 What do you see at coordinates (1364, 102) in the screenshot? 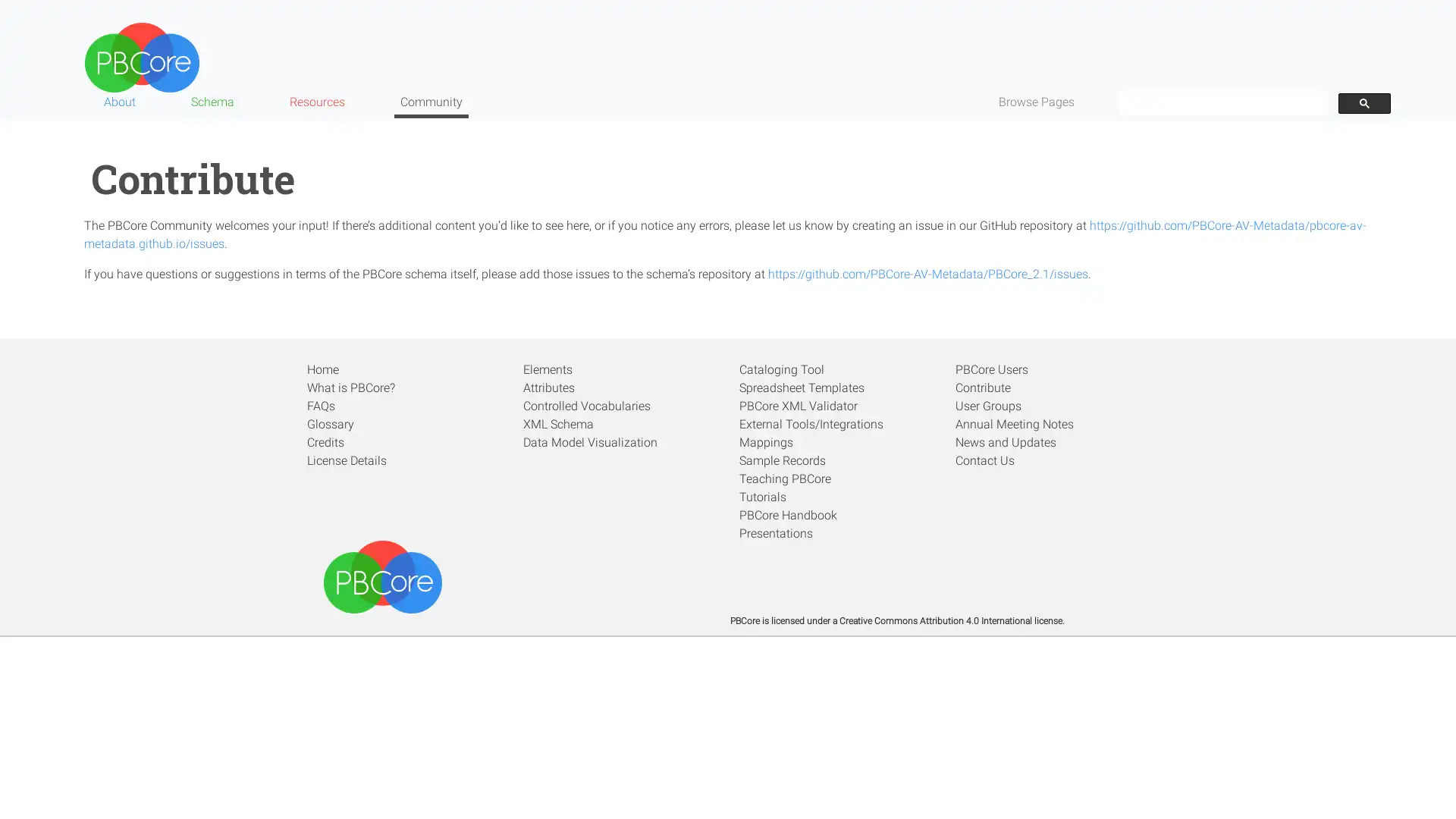
I see `search` at bounding box center [1364, 102].